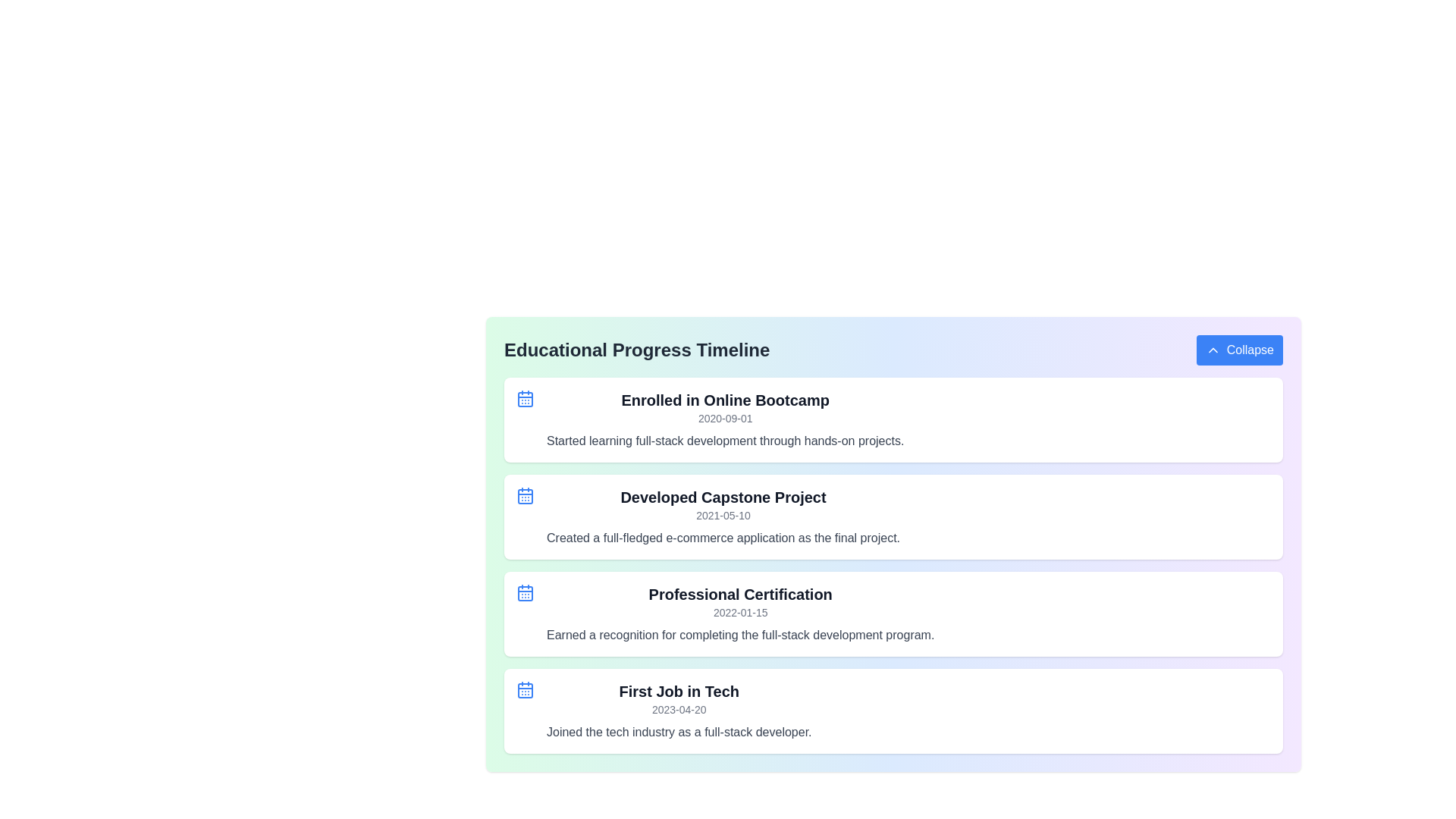 This screenshot has height=819, width=1456. Describe the element at coordinates (724, 441) in the screenshot. I see `the text element that reads 'Started learning full-stack development through hands-on projects.' which is styled with a gray font color and is located under the title 'Enrolled in Online Bootcamp'` at that location.